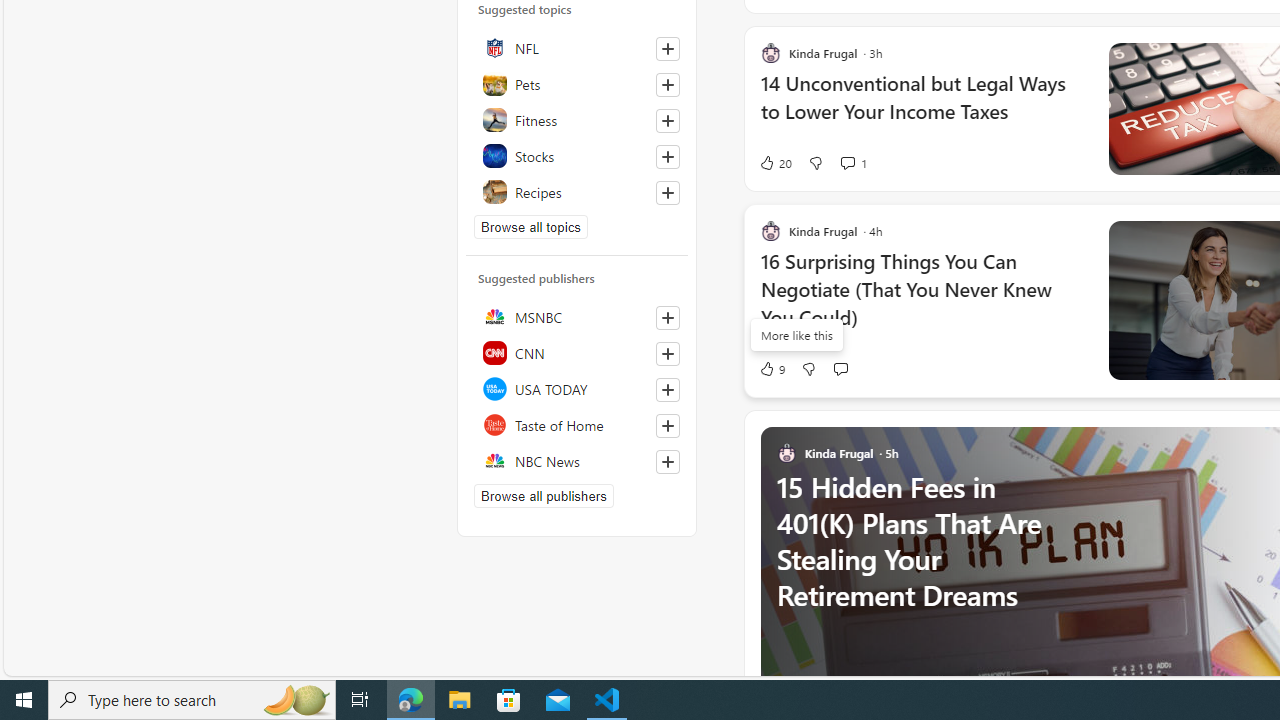  Describe the element at coordinates (840, 368) in the screenshot. I see `'Start the conversation'` at that location.